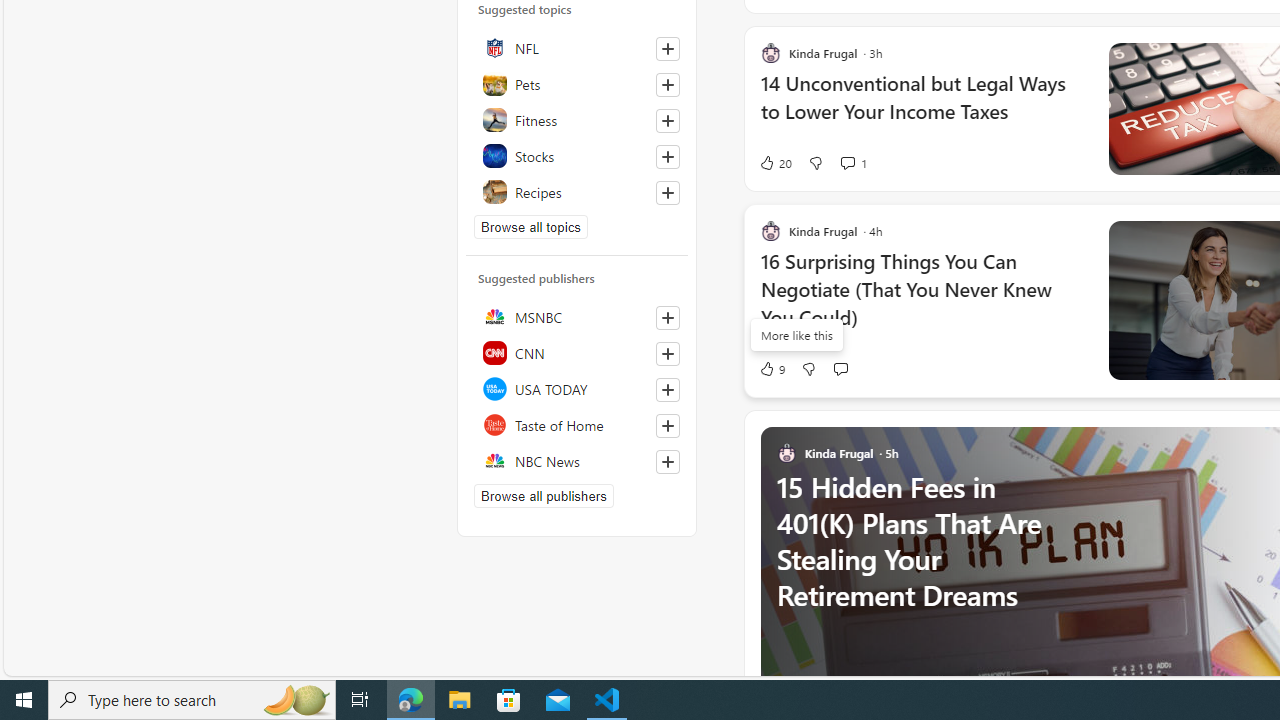  Describe the element at coordinates (840, 368) in the screenshot. I see `'Start the conversation'` at that location.